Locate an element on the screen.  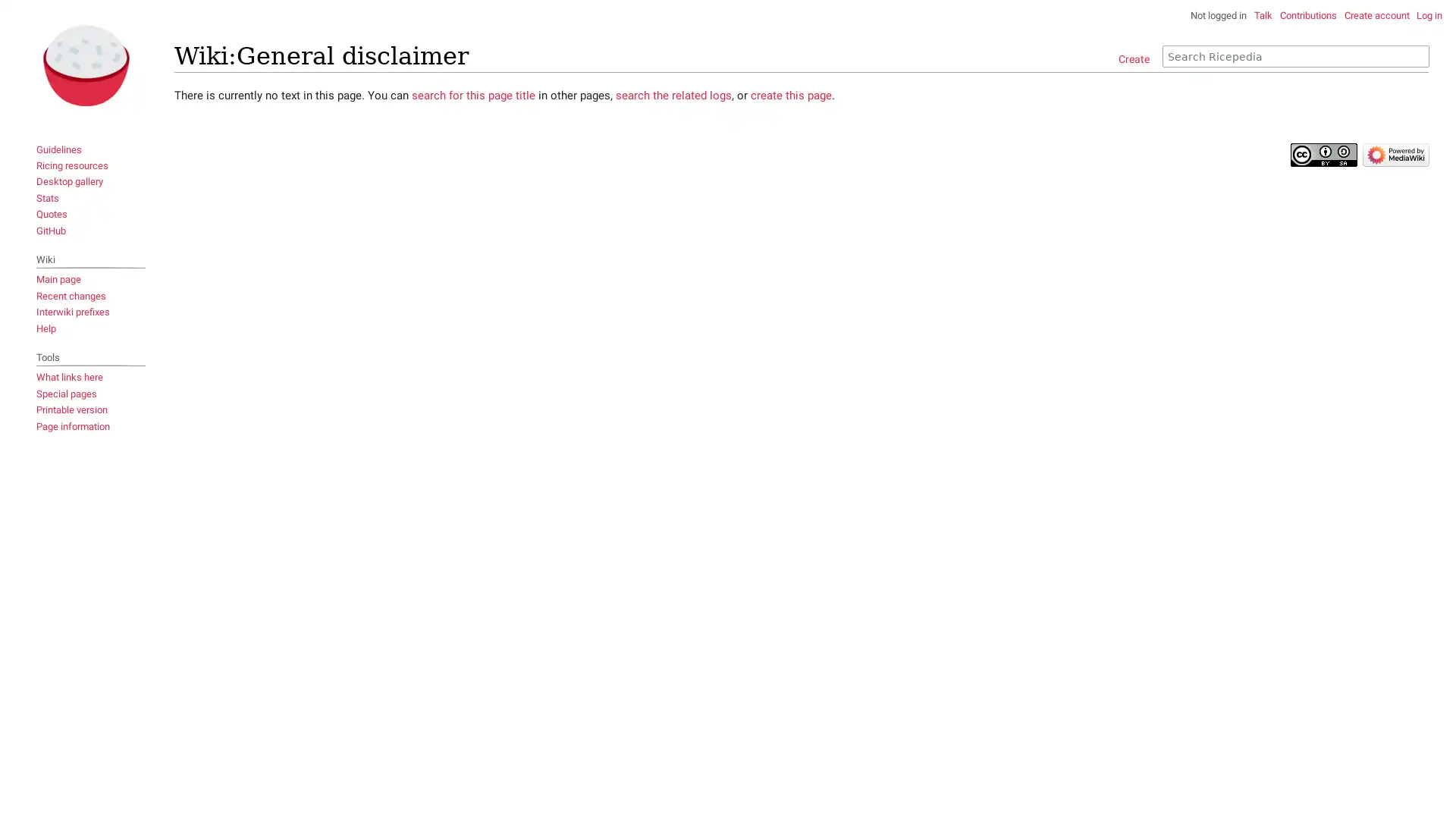
Search is located at coordinates (1417, 55).